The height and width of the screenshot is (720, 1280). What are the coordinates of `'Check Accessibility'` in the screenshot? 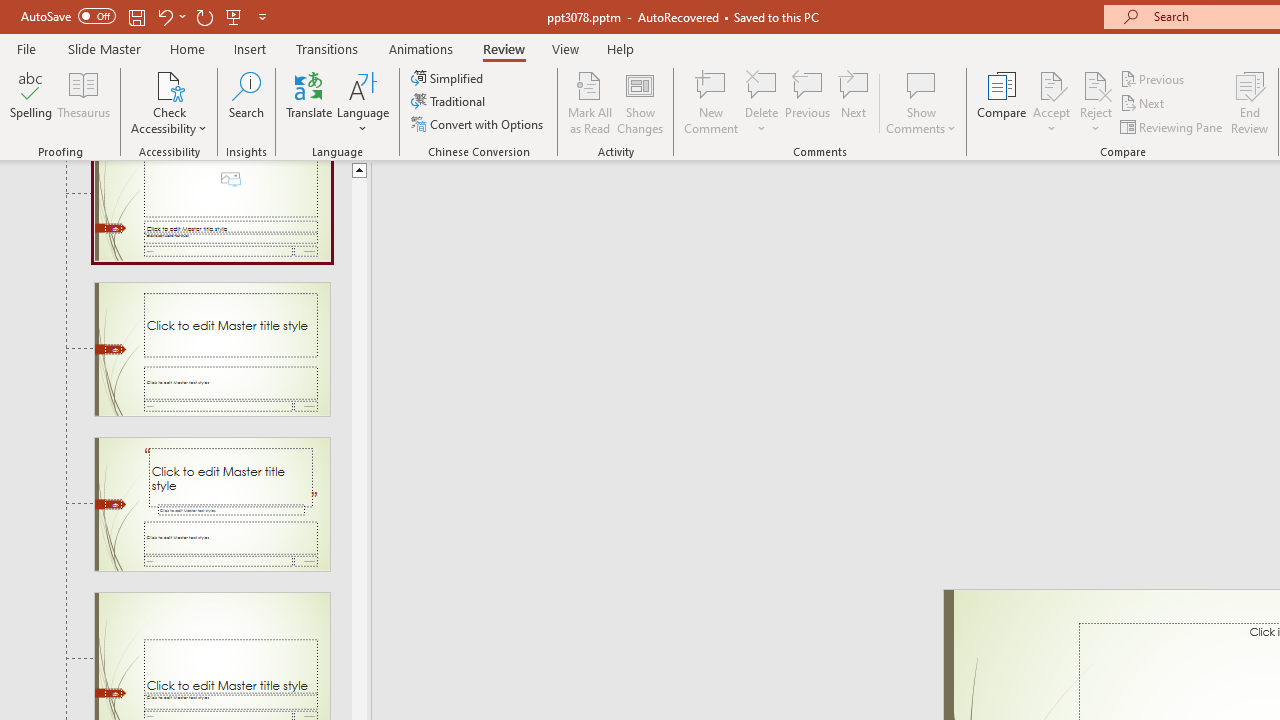 It's located at (169, 103).